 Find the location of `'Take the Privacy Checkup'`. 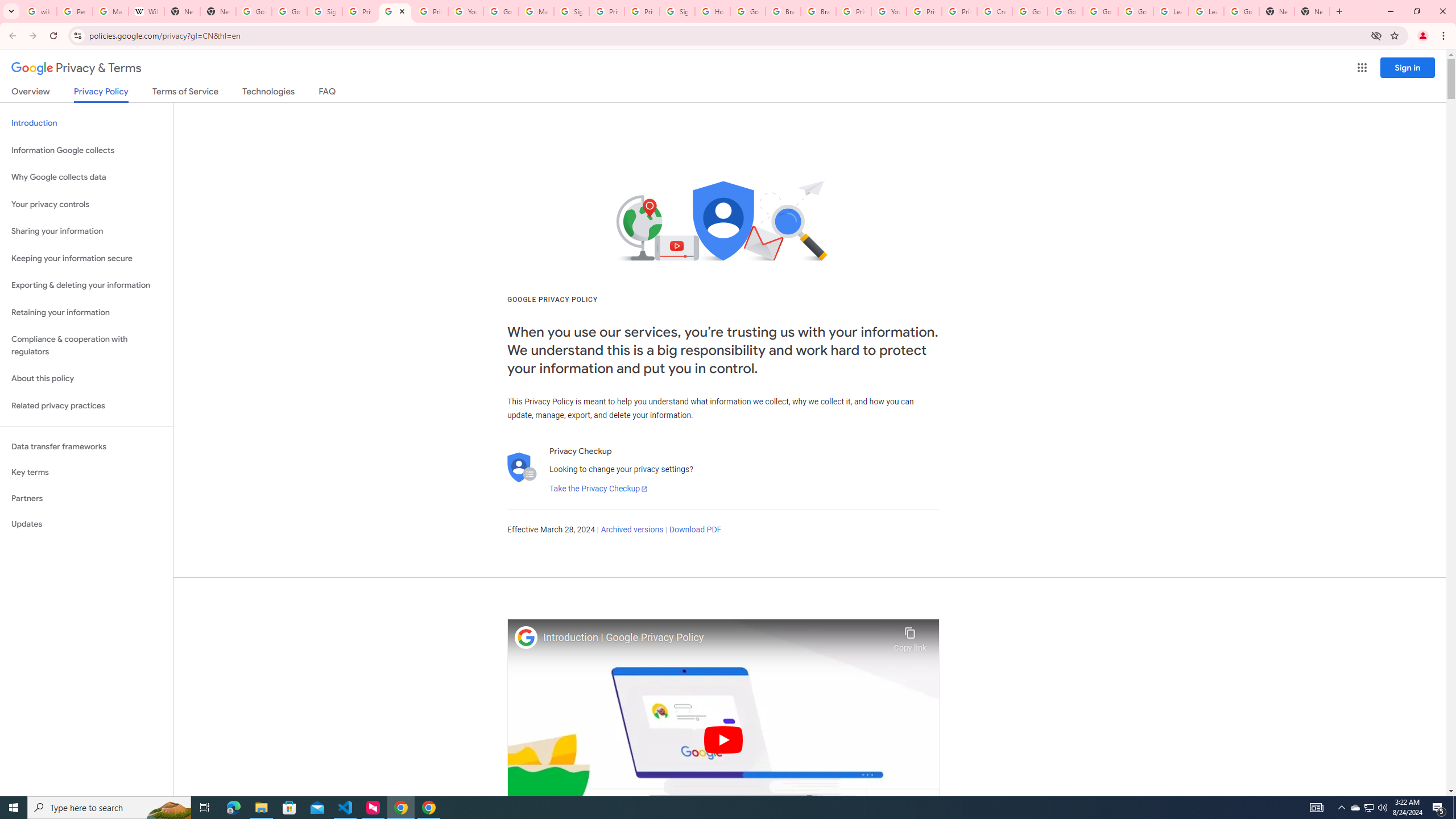

'Take the Privacy Checkup' is located at coordinates (598, 488).